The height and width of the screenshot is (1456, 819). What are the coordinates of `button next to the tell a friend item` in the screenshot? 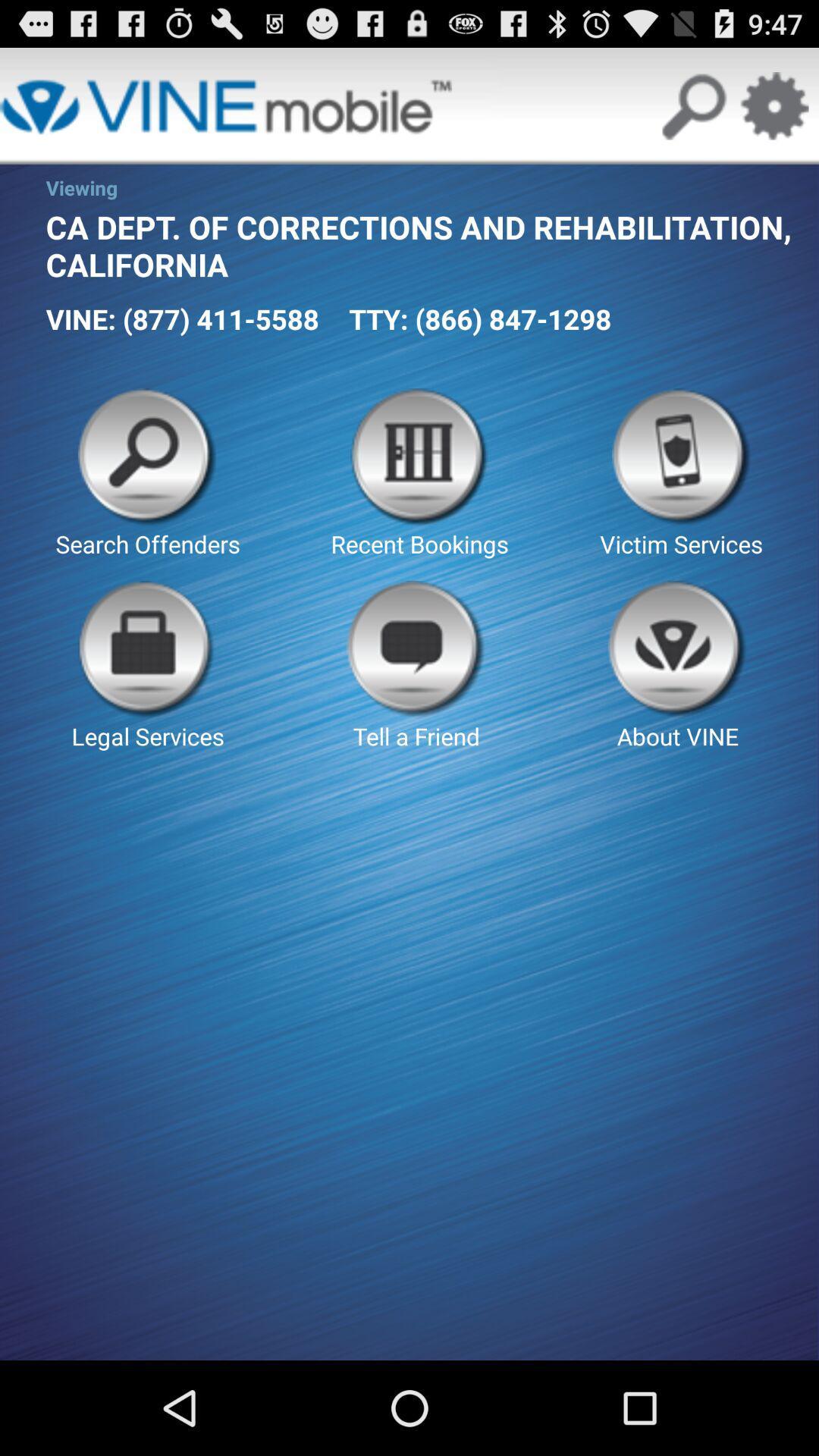 It's located at (148, 666).